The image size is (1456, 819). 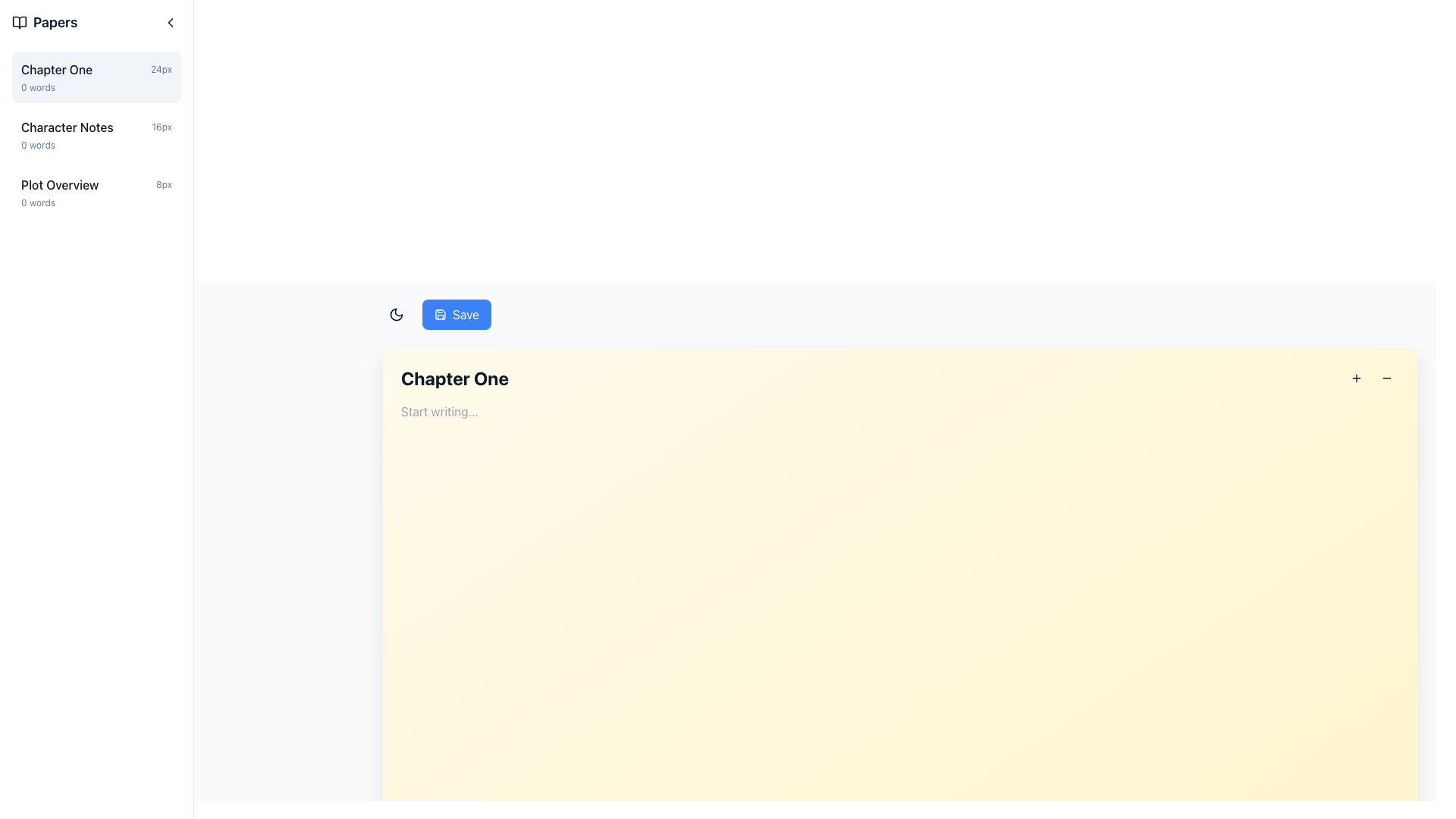 I want to click on the icon that visually reinforces the saving action, located slightly to the right of the center of the 'Save' button near the top of the main interface, so click(x=439, y=314).